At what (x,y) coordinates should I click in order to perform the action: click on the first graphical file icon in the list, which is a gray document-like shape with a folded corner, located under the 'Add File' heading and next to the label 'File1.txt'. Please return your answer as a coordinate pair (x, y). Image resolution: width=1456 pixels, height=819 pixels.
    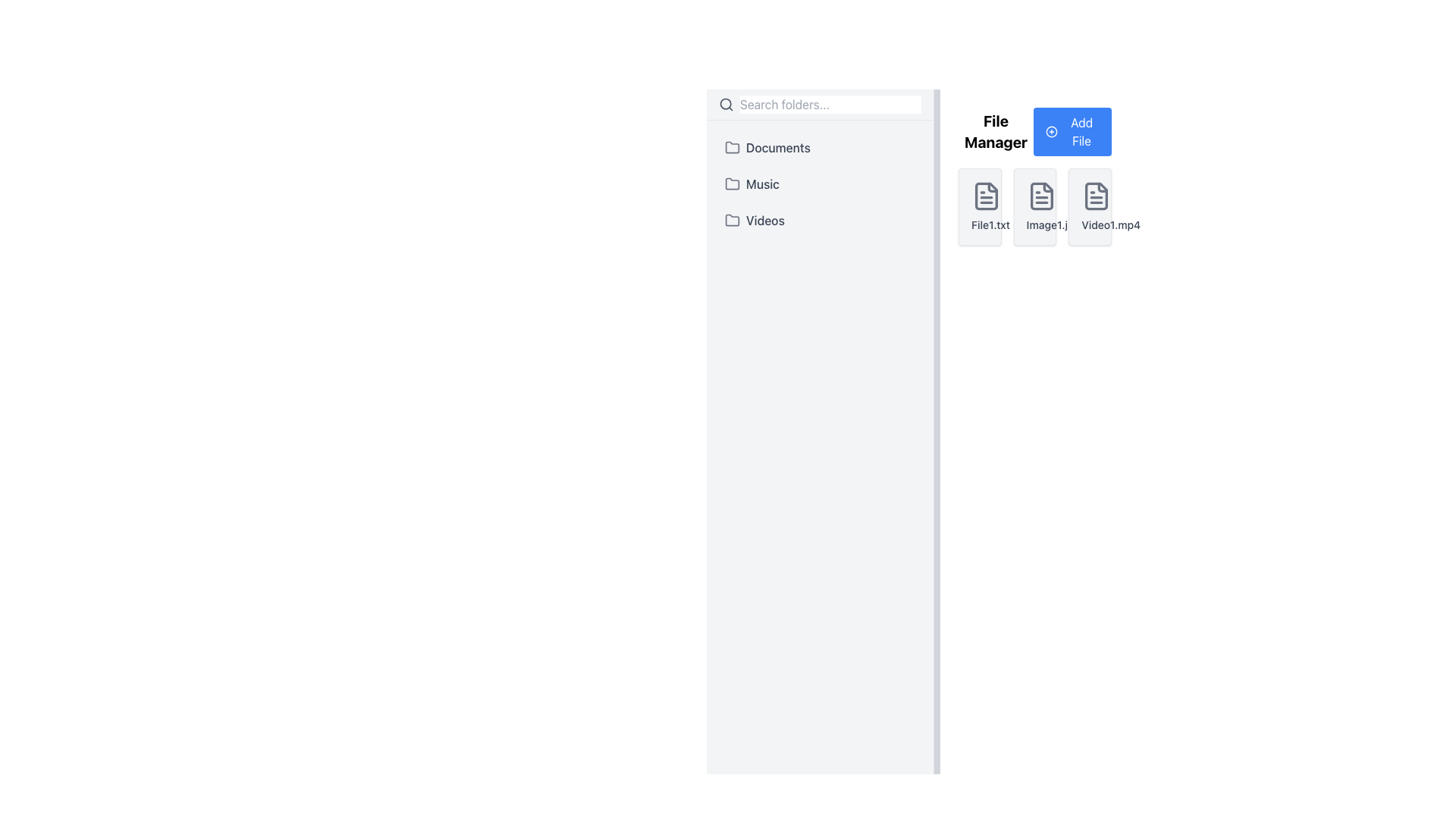
    Looking at the image, I should click on (986, 195).